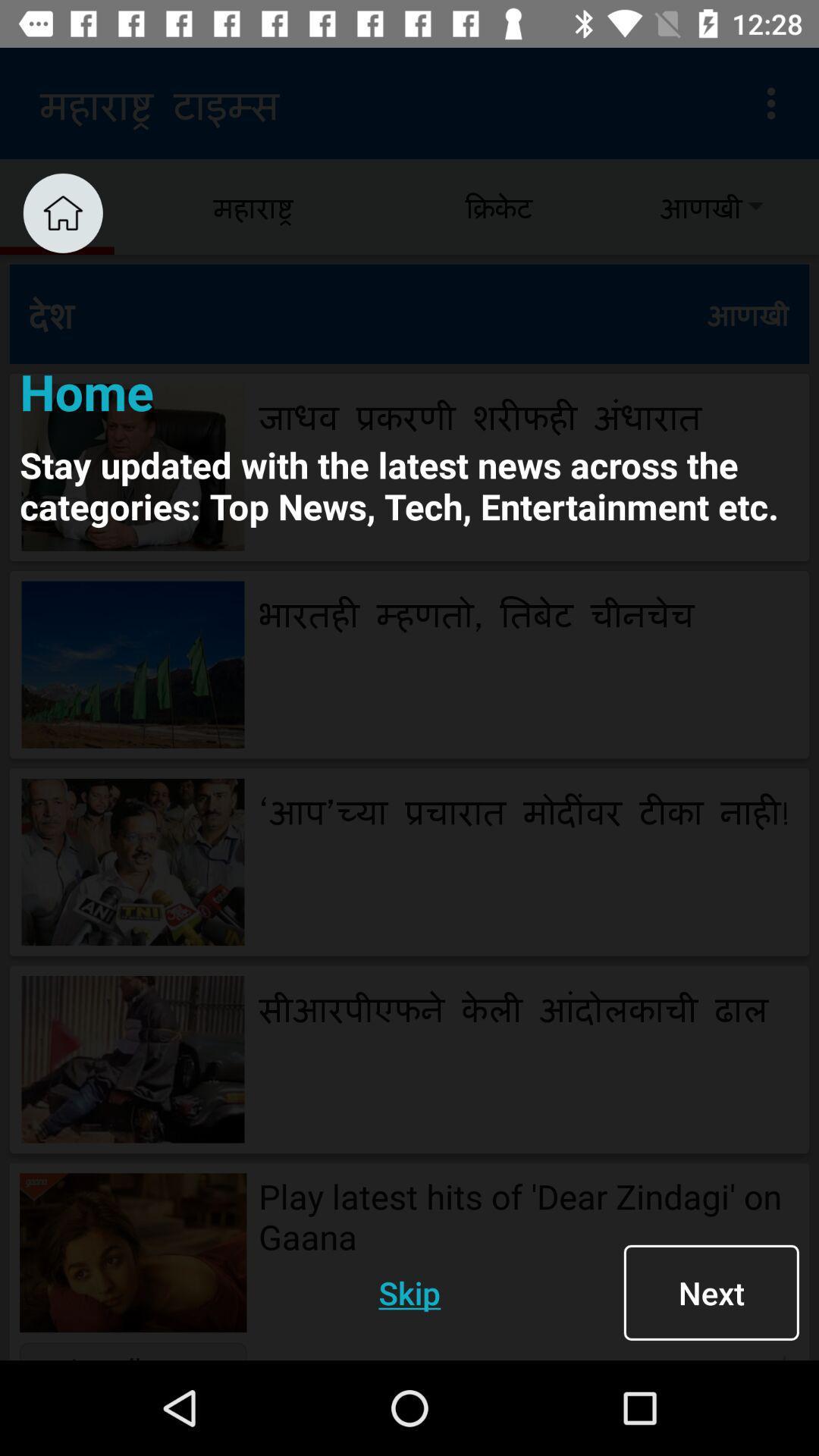  Describe the element at coordinates (62, 212) in the screenshot. I see `click home menu` at that location.